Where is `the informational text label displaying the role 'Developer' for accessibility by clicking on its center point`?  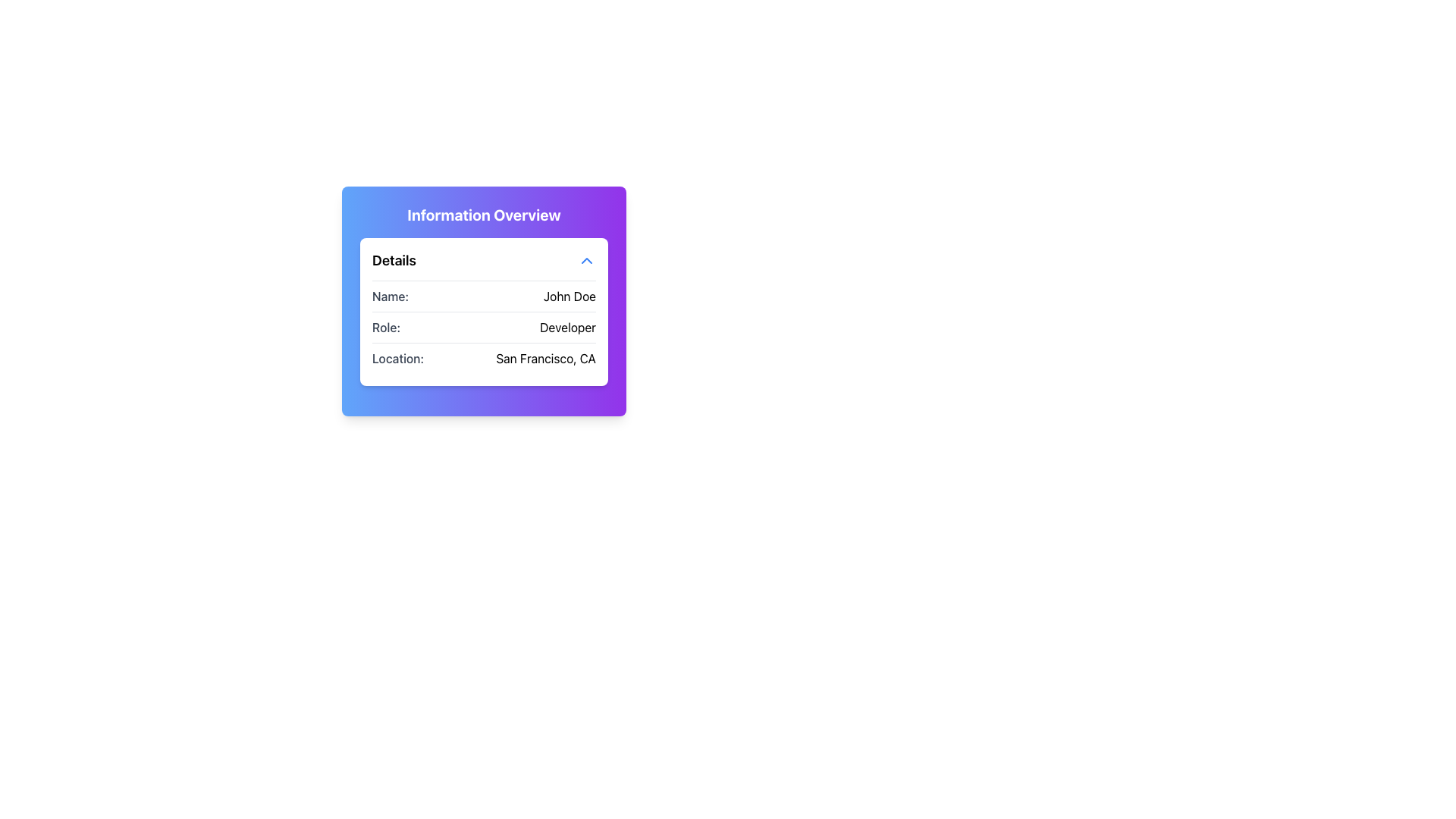 the informational text label displaying the role 'Developer' for accessibility by clicking on its center point is located at coordinates (483, 326).